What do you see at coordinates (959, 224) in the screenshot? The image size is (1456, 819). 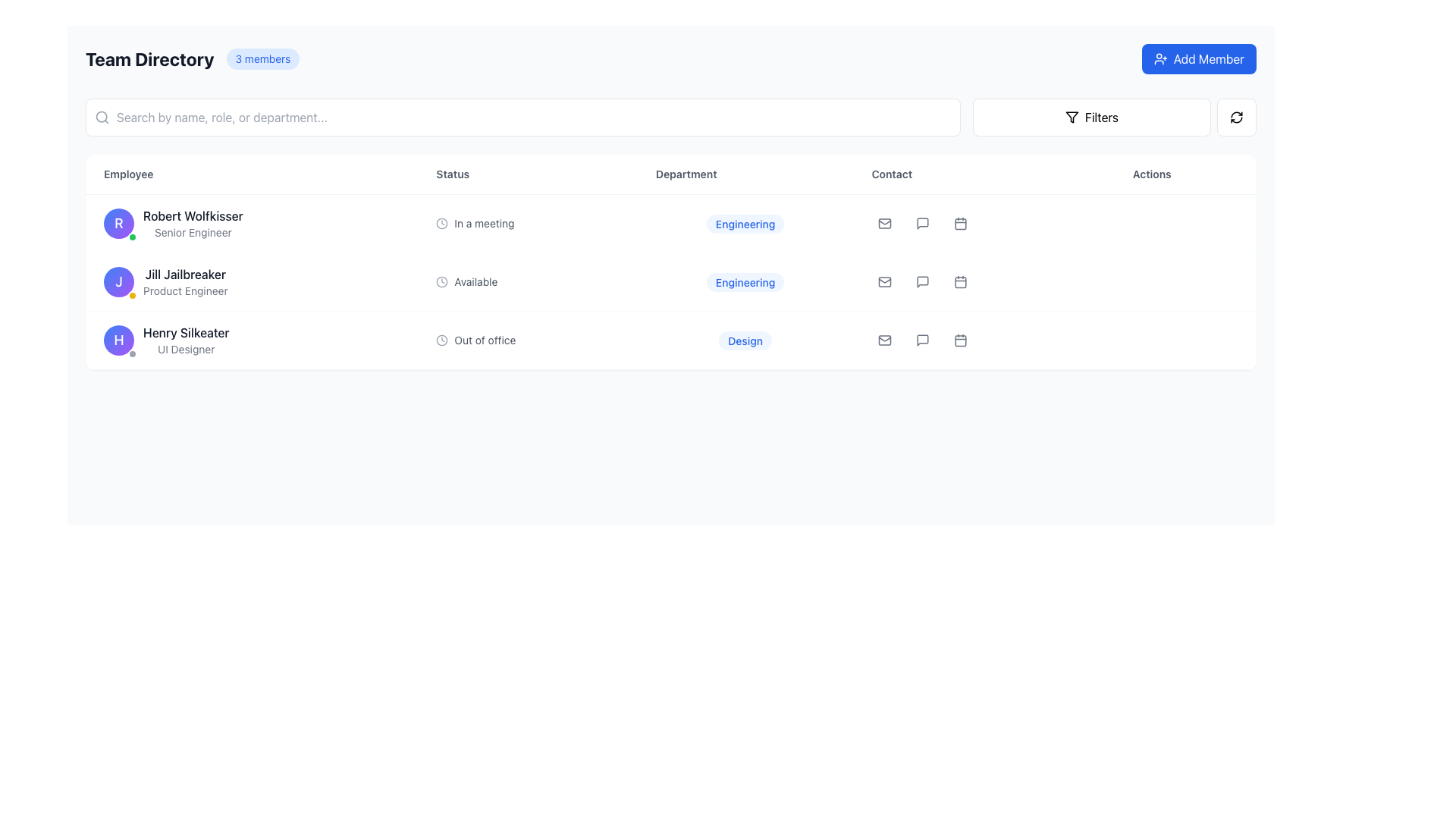 I see `the calendar icon button, which is styled with gray outlines and rounded corners, located` at bounding box center [959, 224].